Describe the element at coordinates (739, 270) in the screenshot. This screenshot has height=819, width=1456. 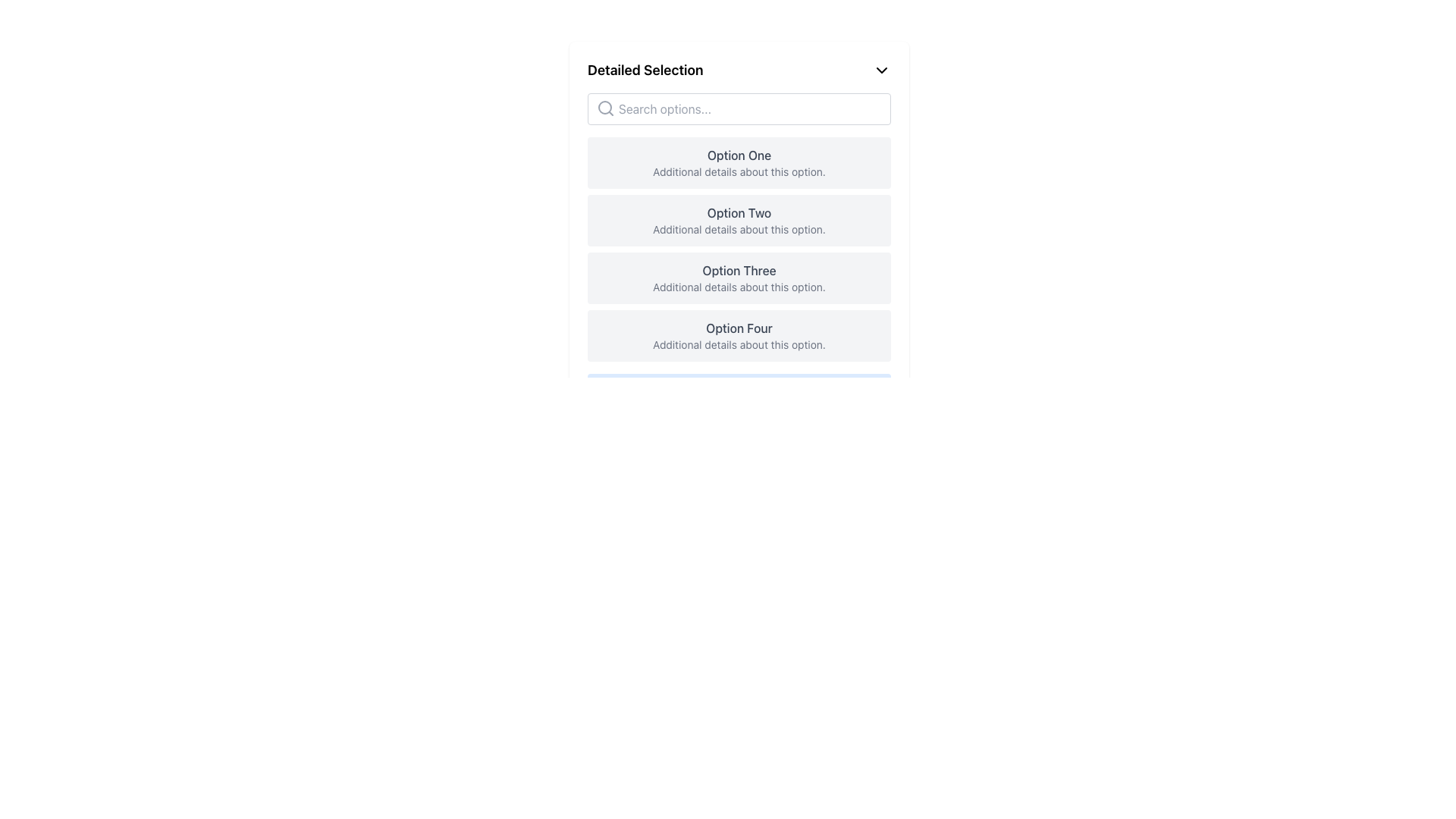
I see `the Text Label that serves as the title for the third selectable option in the list, located below 'Option Two' and above 'Additional details about this option.'` at that location.